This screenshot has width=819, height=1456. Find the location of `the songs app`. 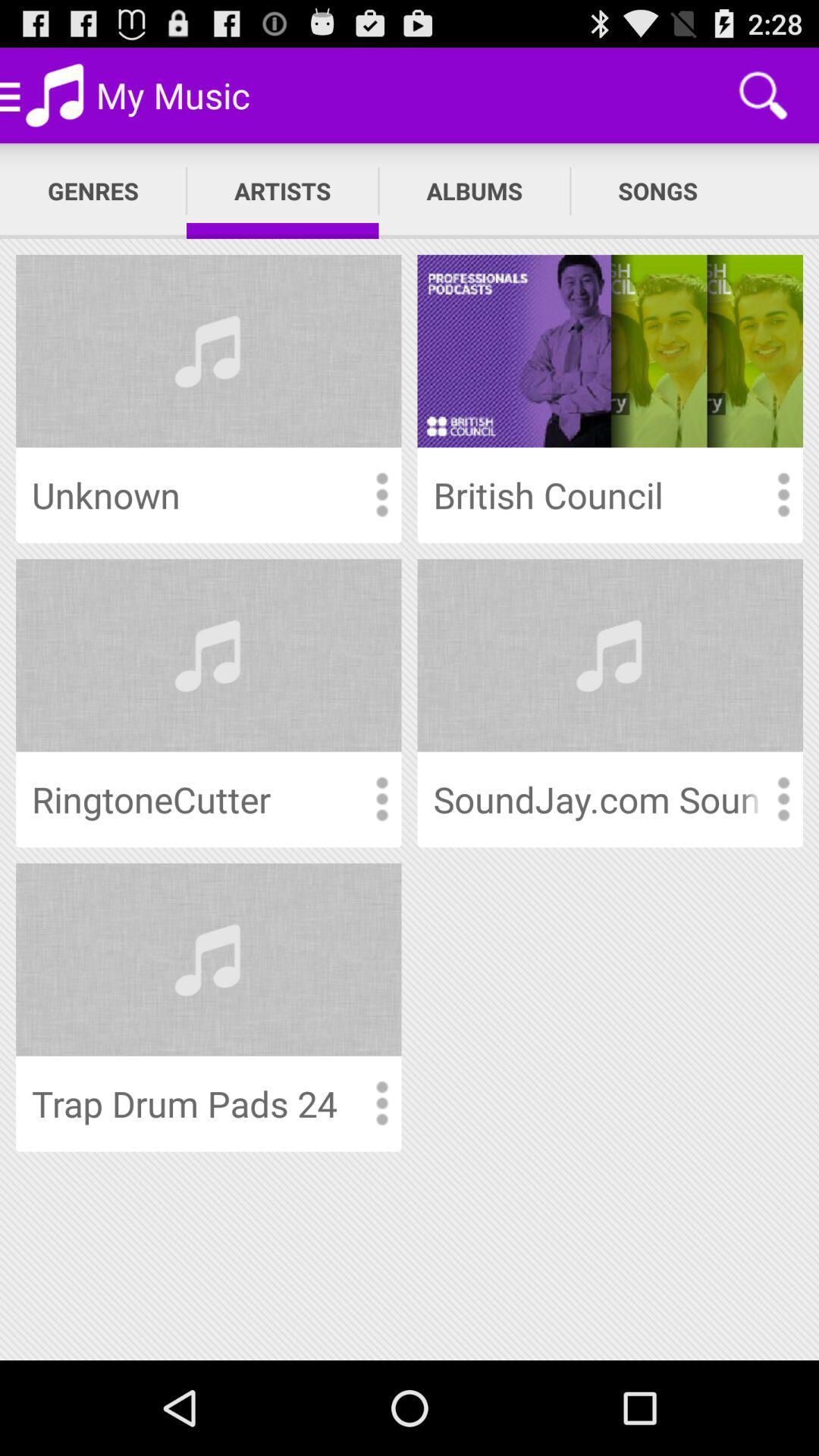

the songs app is located at coordinates (657, 190).